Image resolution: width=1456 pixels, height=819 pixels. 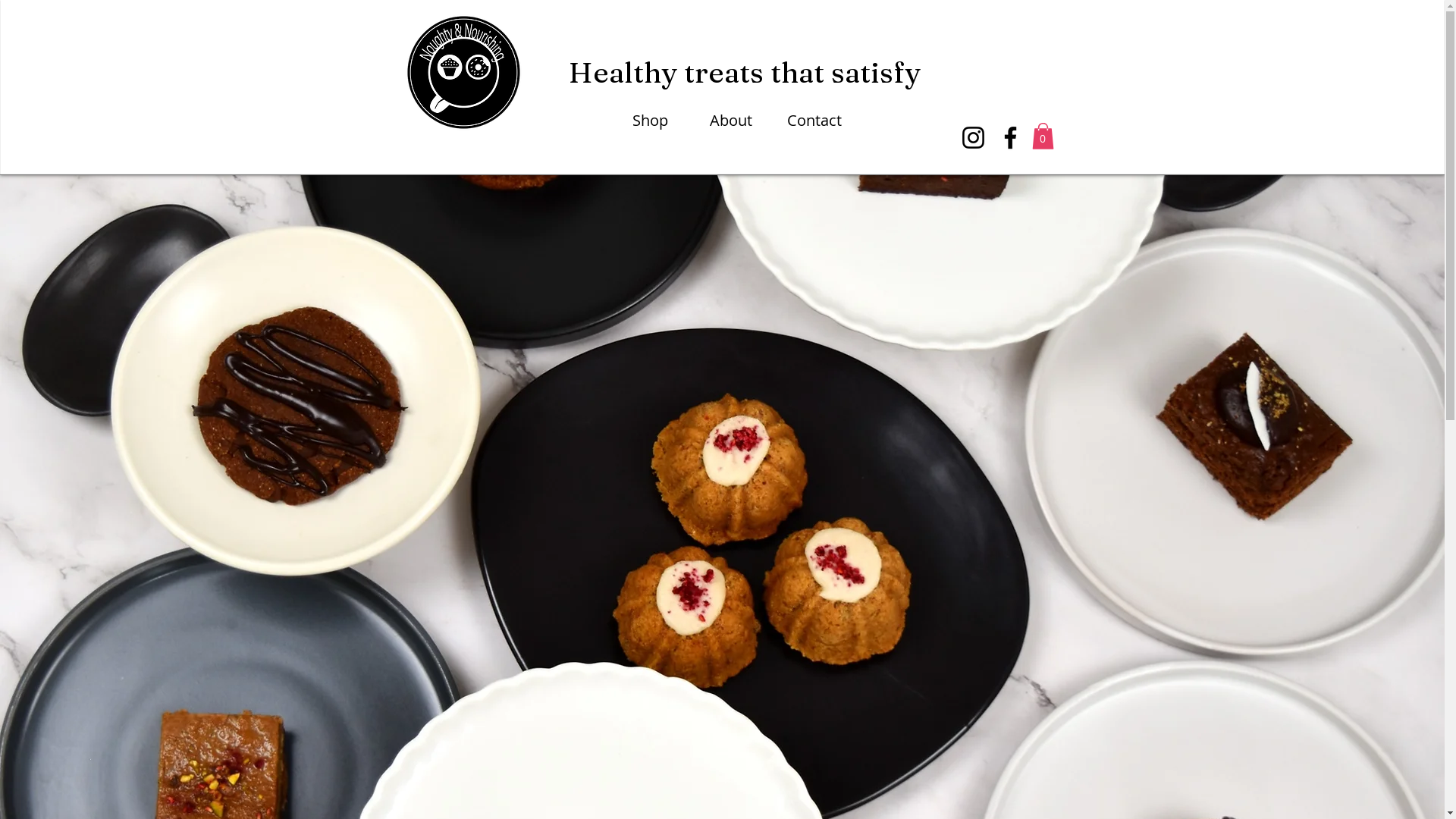 What do you see at coordinates (1041, 135) in the screenshot?
I see `'0'` at bounding box center [1041, 135].